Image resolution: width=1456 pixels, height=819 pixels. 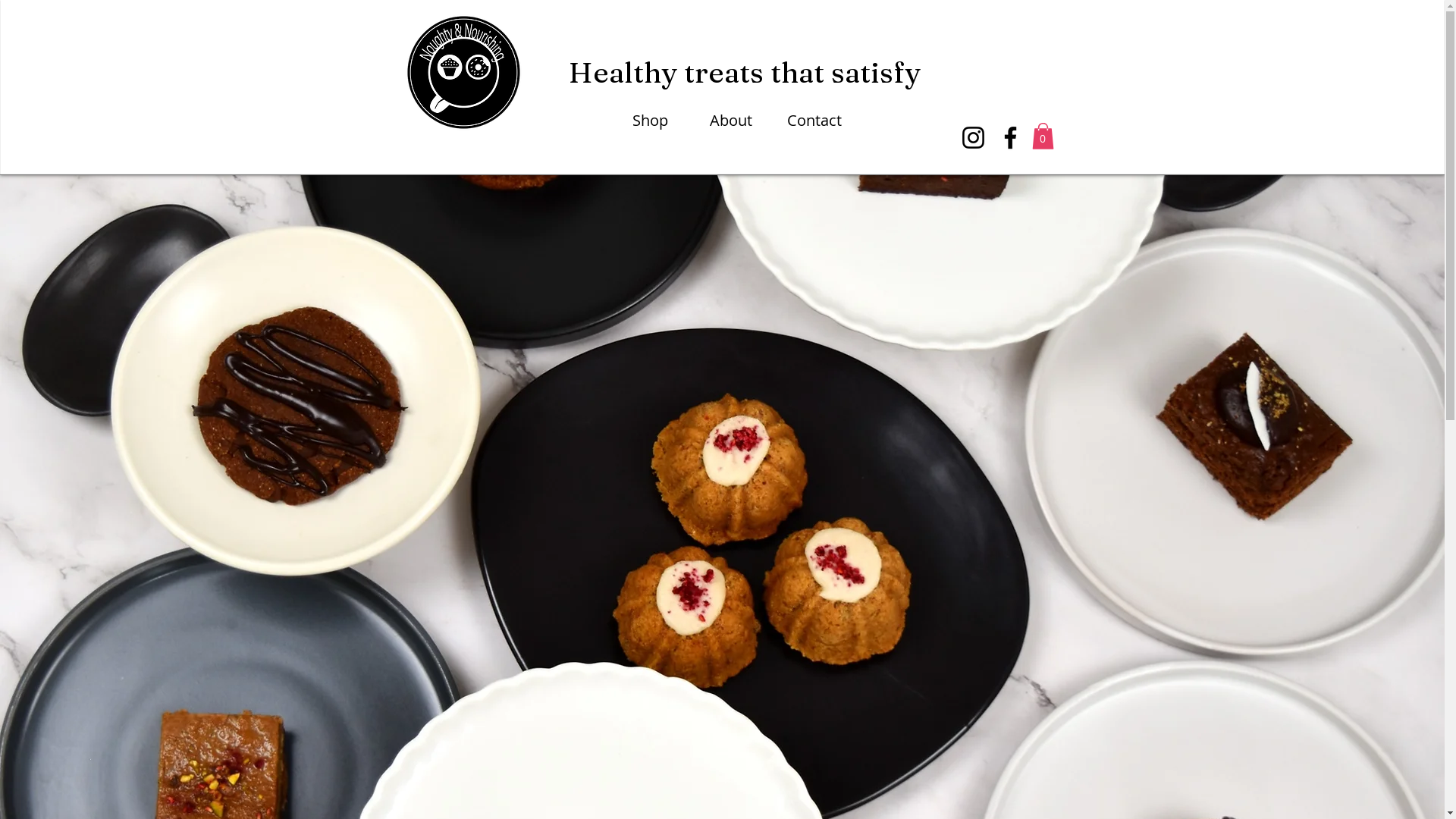 What do you see at coordinates (1041, 135) in the screenshot?
I see `'0'` at bounding box center [1041, 135].